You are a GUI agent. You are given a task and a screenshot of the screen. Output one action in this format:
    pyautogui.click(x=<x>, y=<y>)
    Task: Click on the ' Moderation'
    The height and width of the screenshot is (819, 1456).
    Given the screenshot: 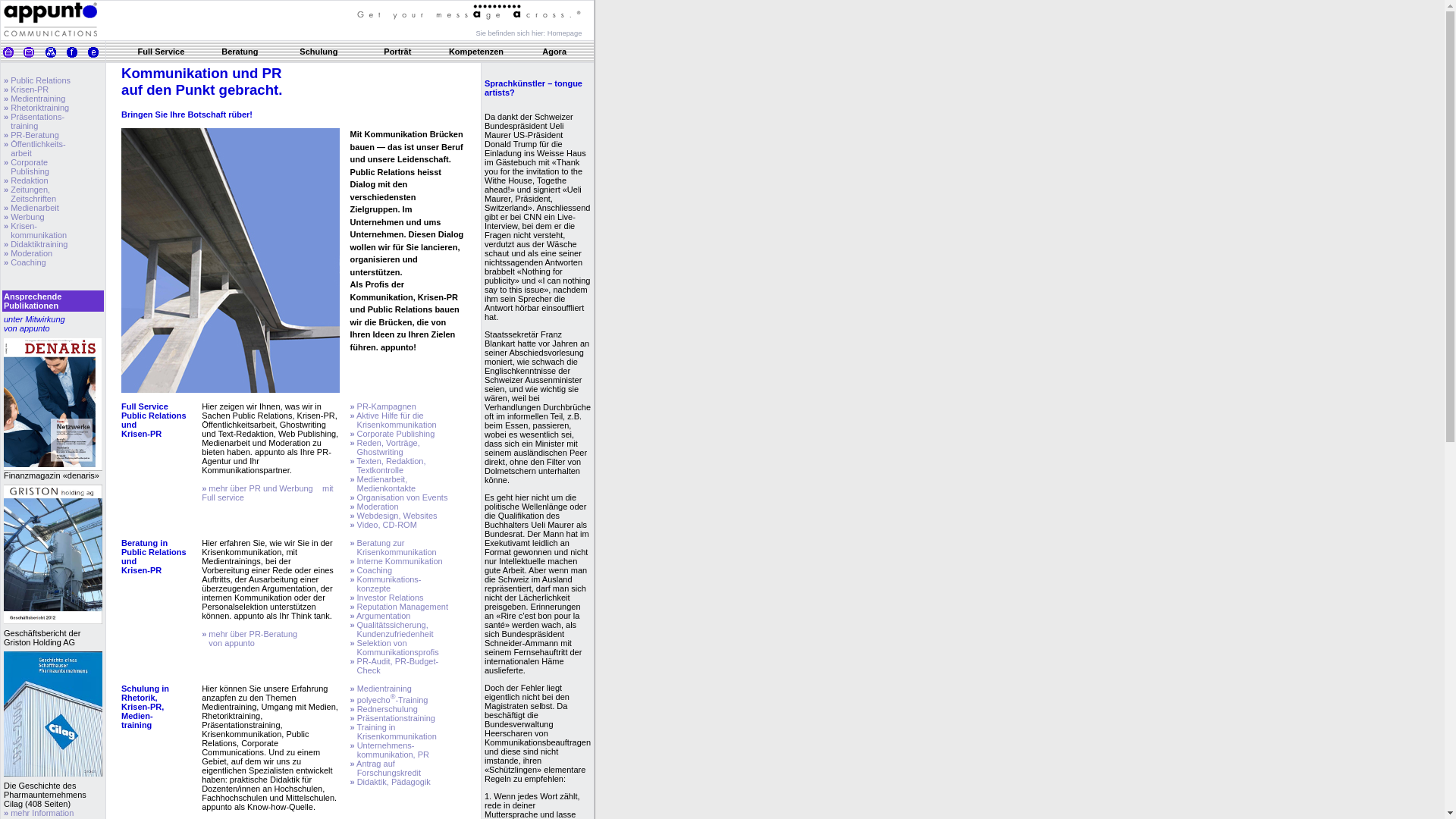 What is the action you would take?
    pyautogui.click(x=30, y=253)
    